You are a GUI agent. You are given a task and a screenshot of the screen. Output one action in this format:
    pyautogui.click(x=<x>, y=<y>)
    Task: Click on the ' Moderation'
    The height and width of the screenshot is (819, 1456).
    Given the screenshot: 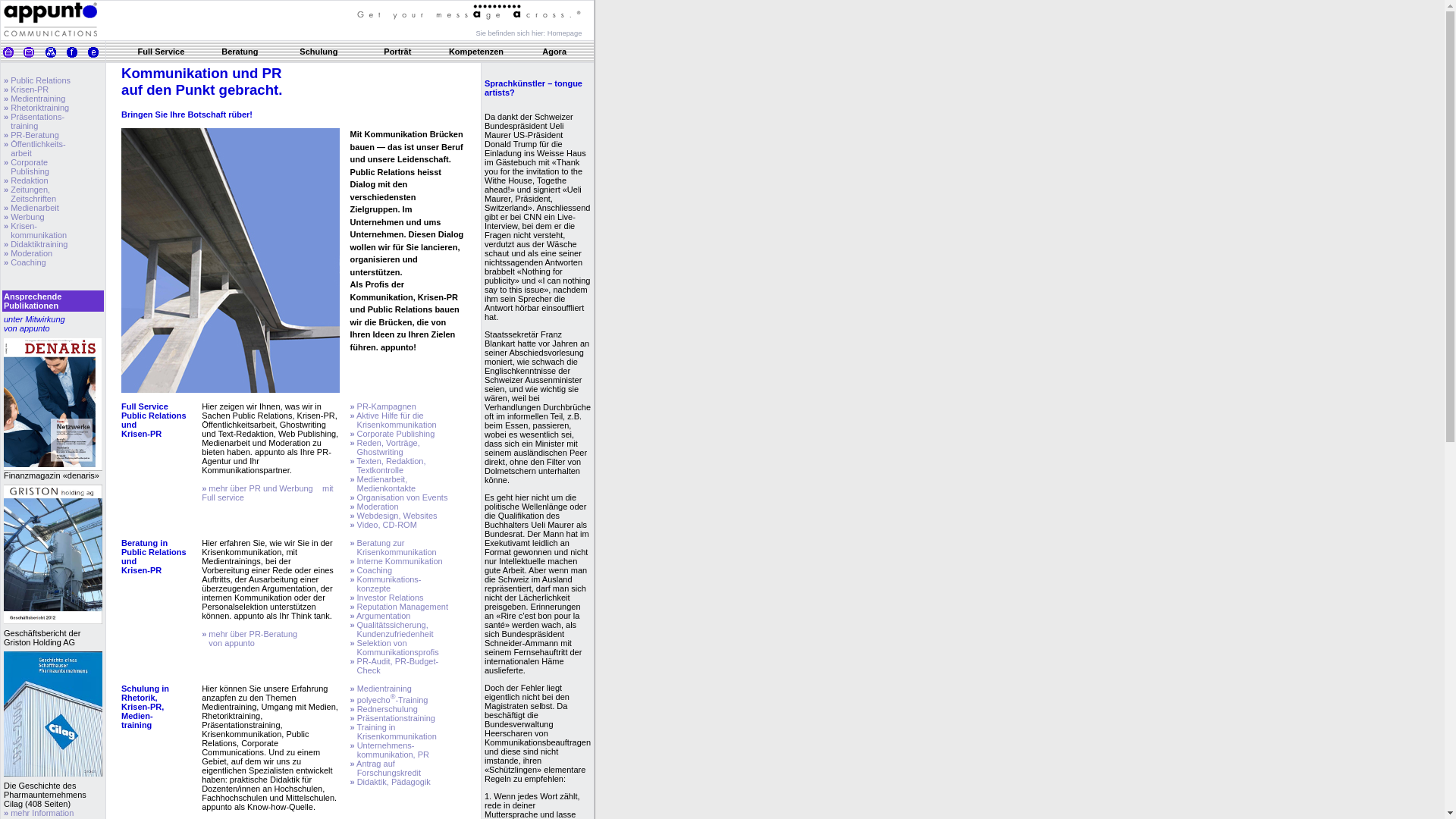 What is the action you would take?
    pyautogui.click(x=30, y=253)
    